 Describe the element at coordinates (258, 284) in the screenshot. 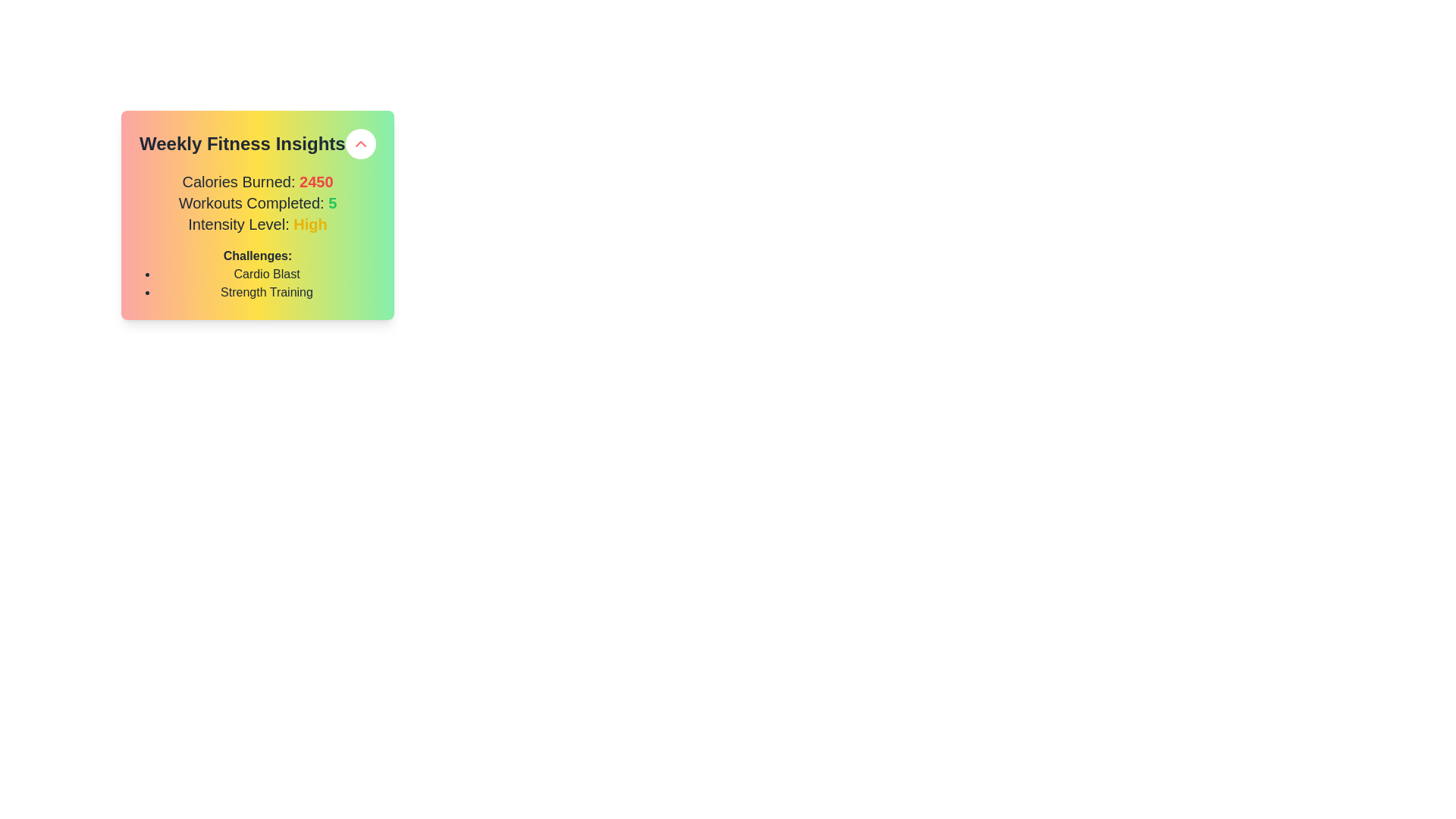

I see `the list items 'Cardio Blast' and 'Strength Training' in the 'Challenges:' section of the 'Weekly Fitness Insights' card` at that location.